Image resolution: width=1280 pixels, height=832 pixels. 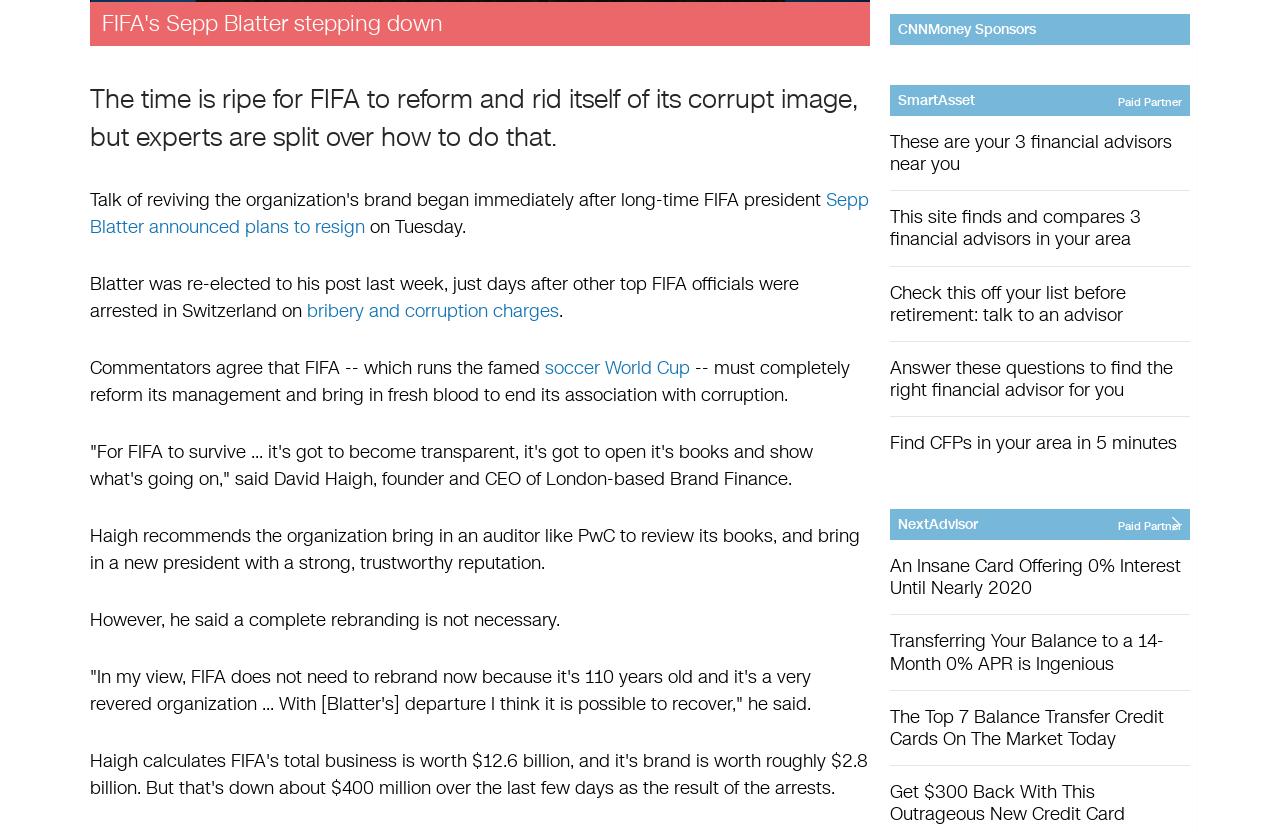 I want to click on 'Sepp Blatter announced plans to resign', so click(x=478, y=213).